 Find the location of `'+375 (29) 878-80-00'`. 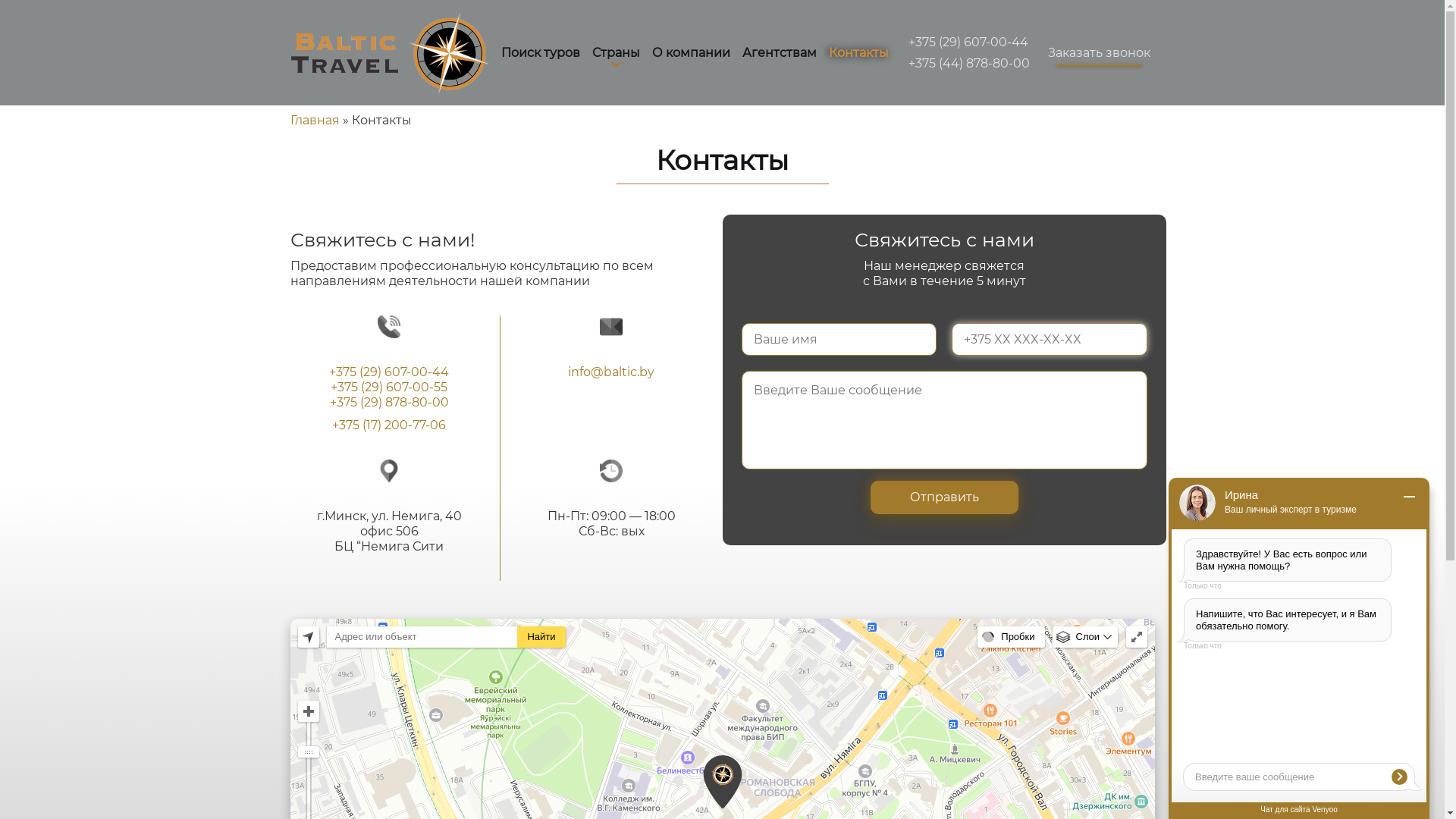

'+375 (29) 878-80-00' is located at coordinates (329, 400).